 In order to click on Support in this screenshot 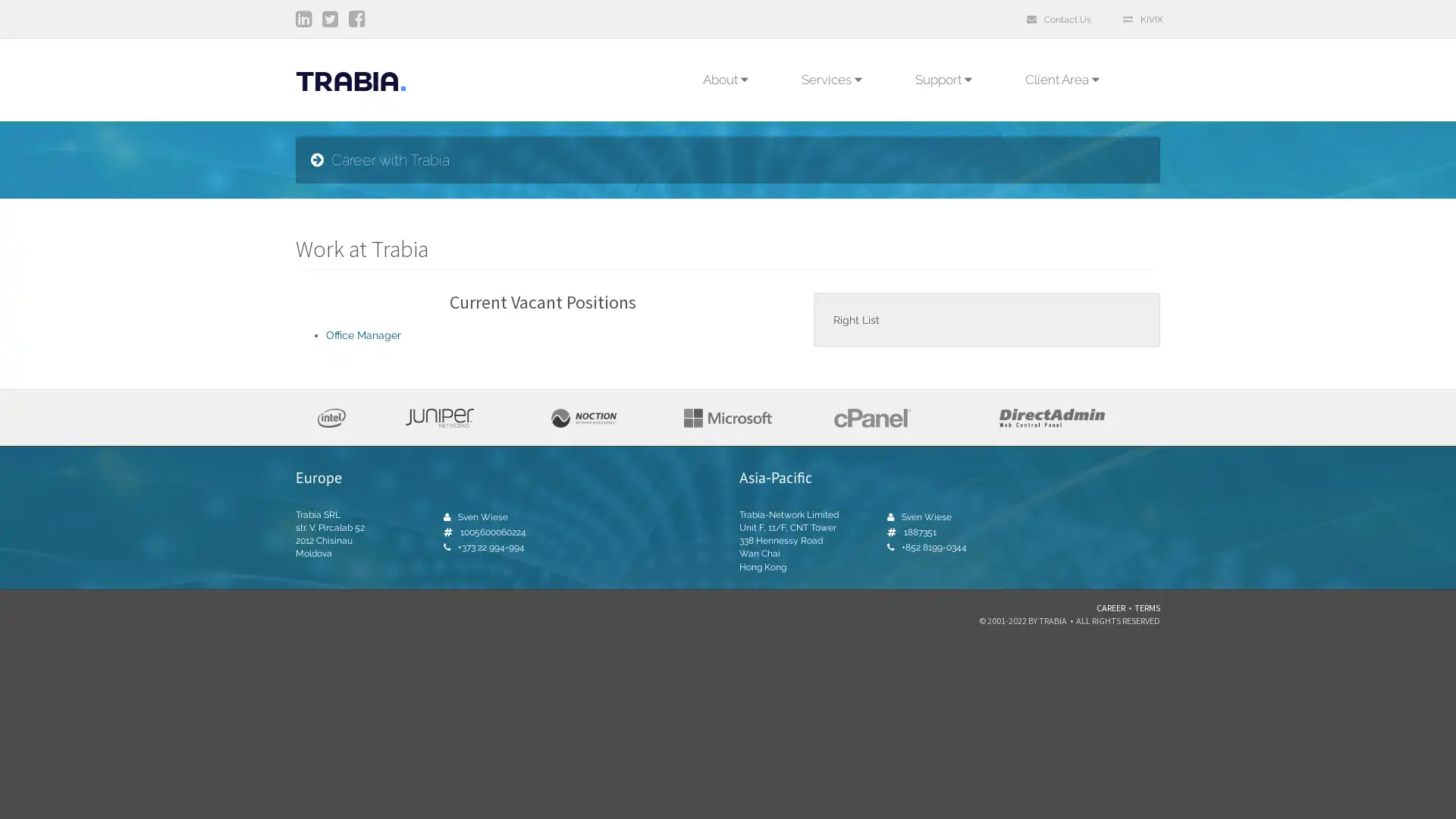, I will do `click(943, 79)`.